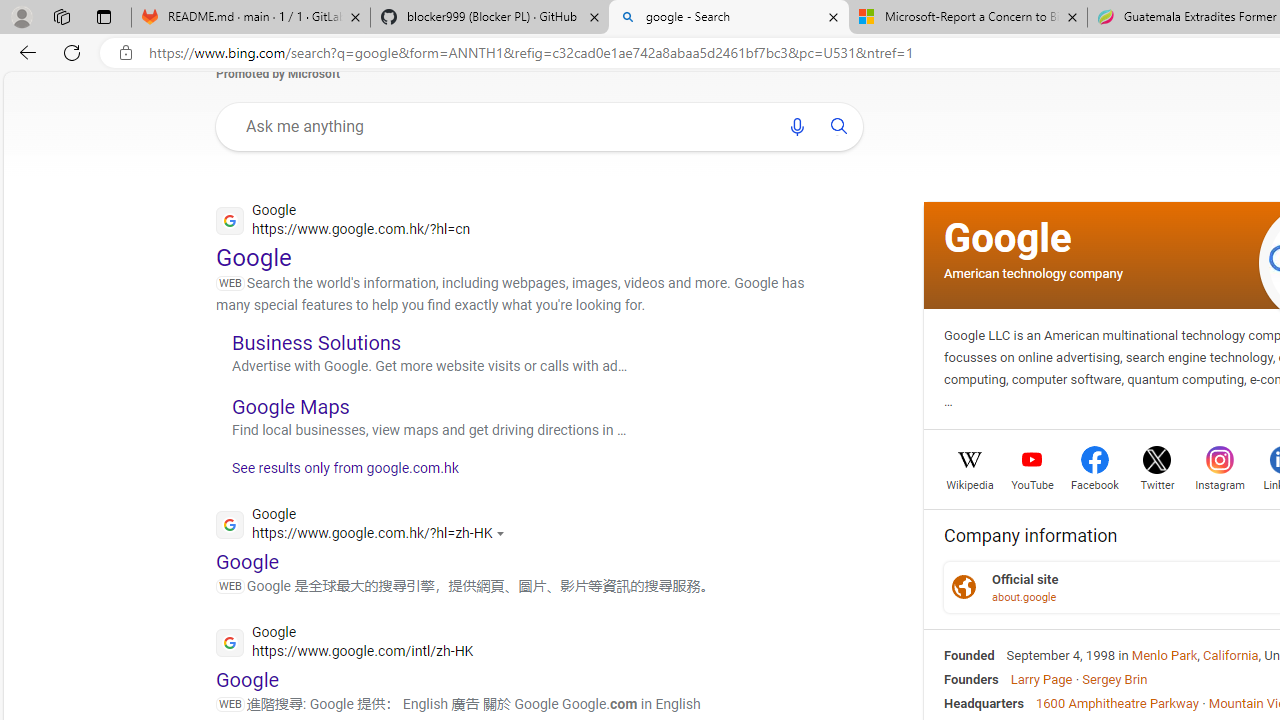 This screenshot has height=720, width=1280. Describe the element at coordinates (1040, 677) in the screenshot. I see `'Larry Page'` at that location.